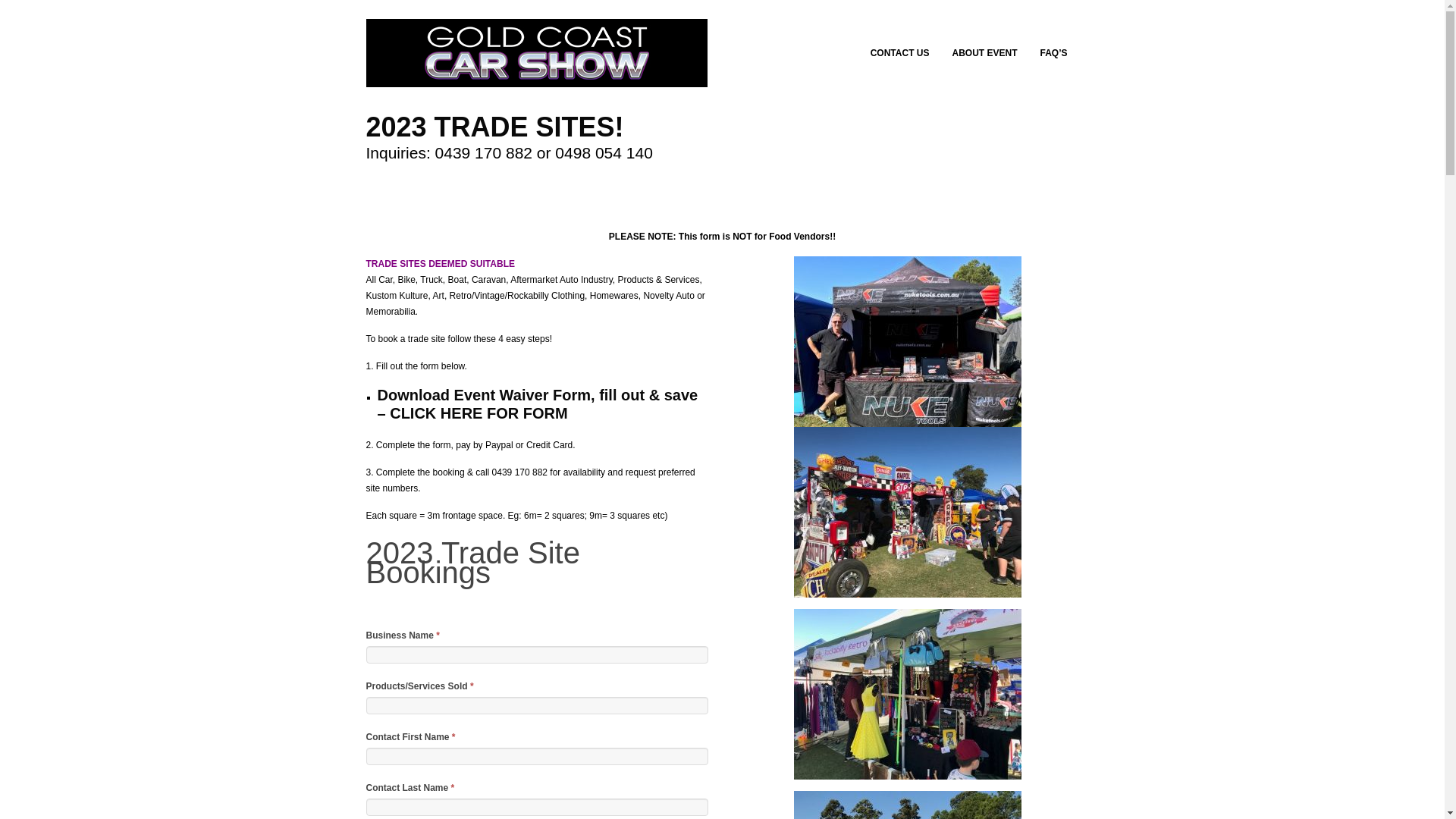 This screenshot has height=819, width=1456. Describe the element at coordinates (905, 52) in the screenshot. I see `'CONTACT US'` at that location.